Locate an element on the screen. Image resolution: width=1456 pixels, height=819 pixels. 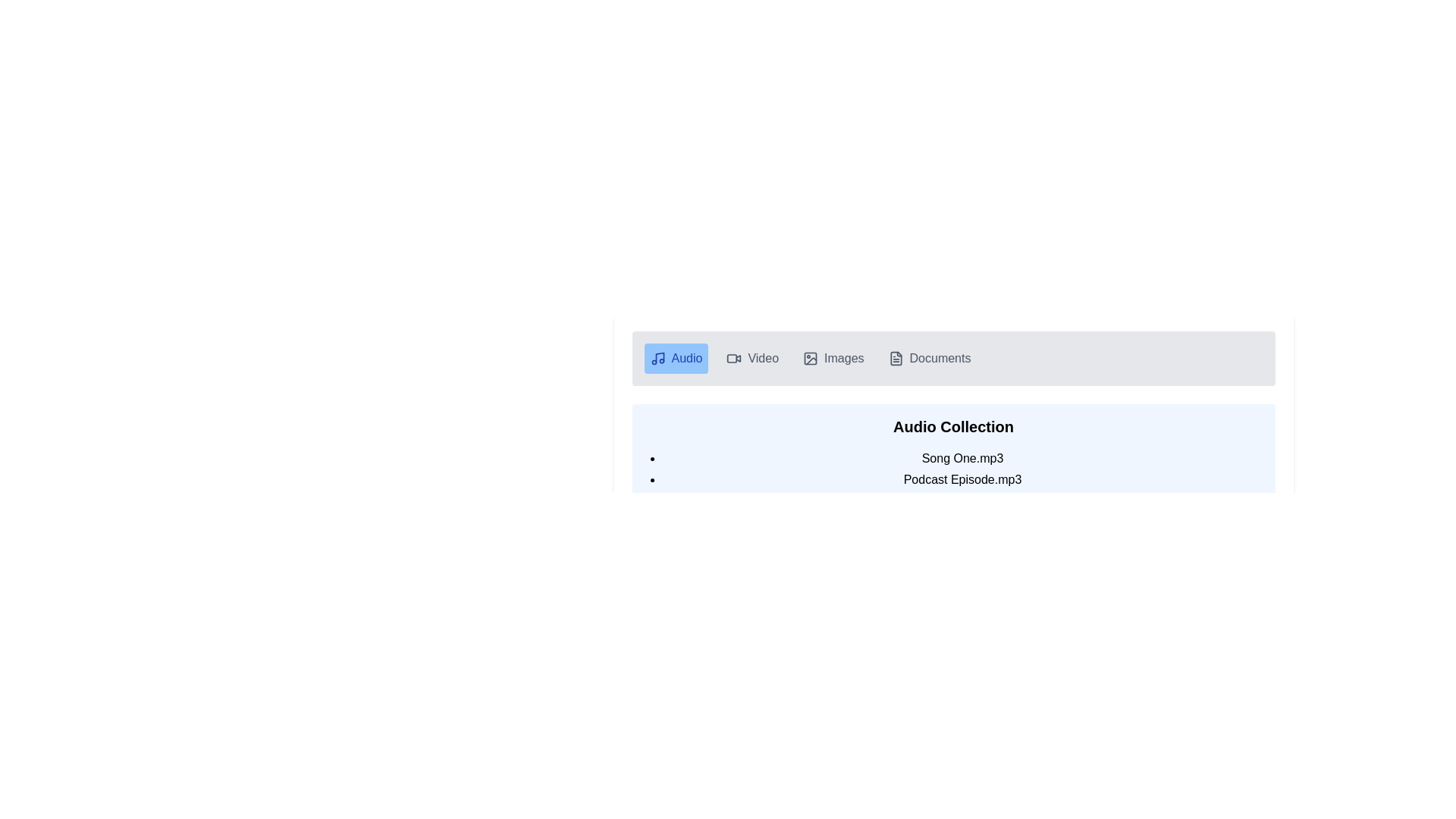
the 'Images' button, which is the third button in a row of four buttons (Audio, Video, Images, Documents) is located at coordinates (833, 359).